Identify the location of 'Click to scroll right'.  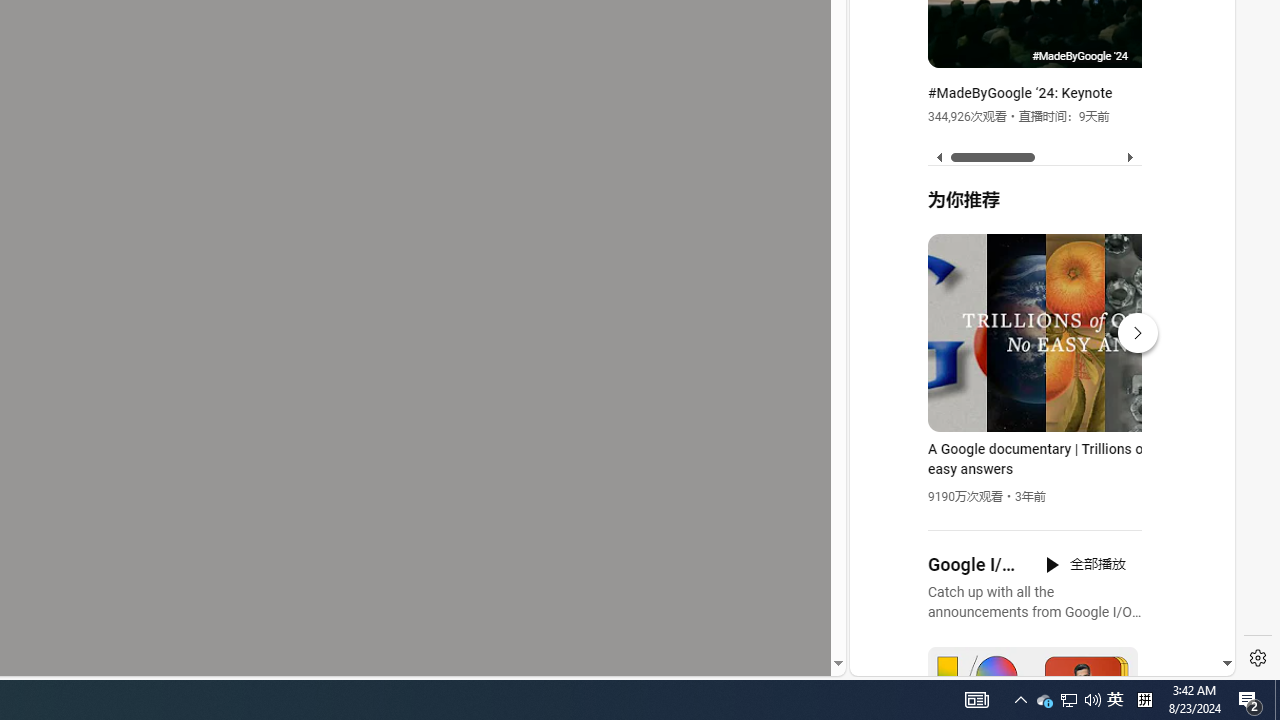
(1196, 82).